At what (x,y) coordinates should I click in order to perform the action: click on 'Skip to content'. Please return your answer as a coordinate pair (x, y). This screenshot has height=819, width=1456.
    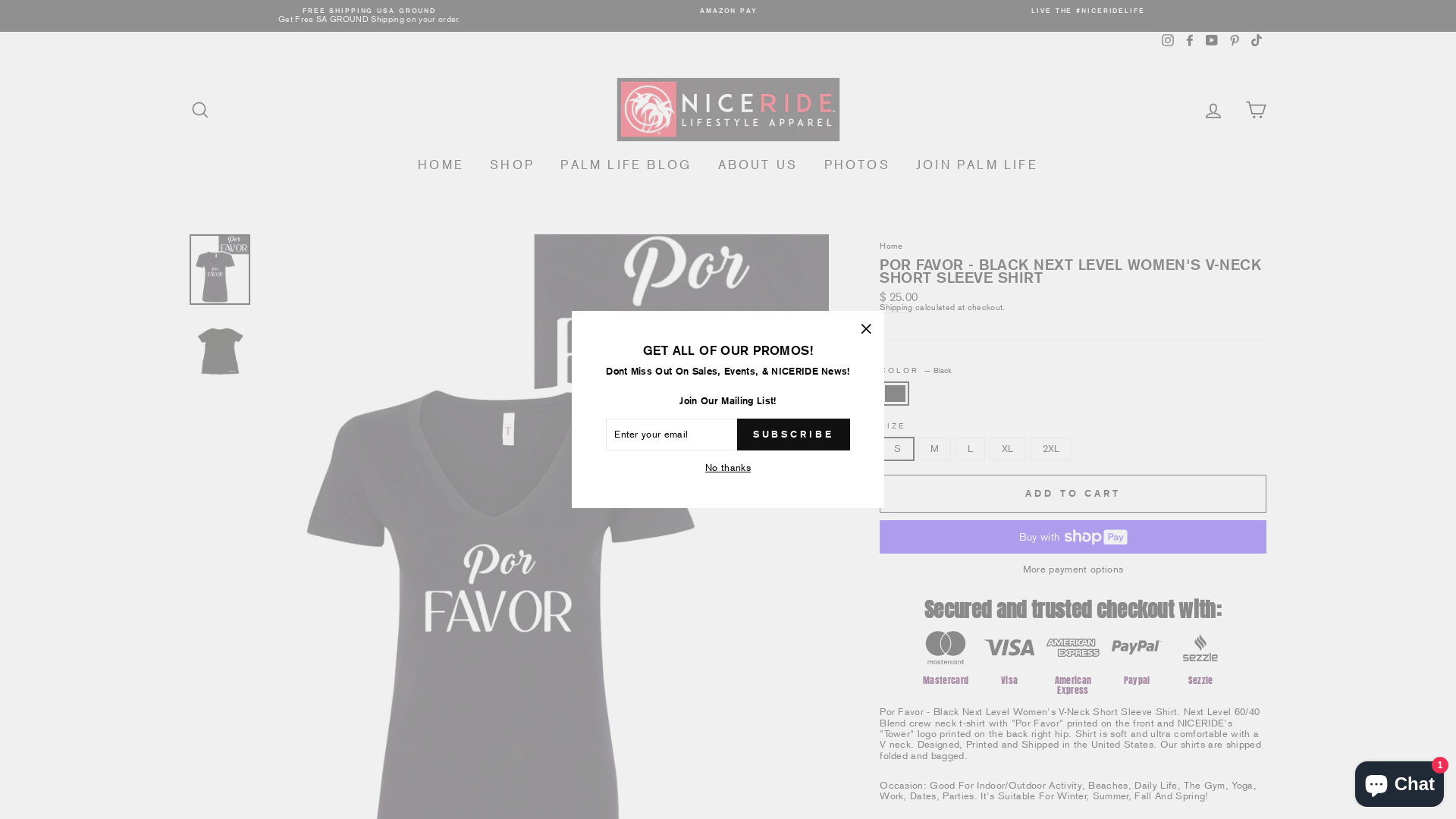
    Looking at the image, I should click on (0, 0).